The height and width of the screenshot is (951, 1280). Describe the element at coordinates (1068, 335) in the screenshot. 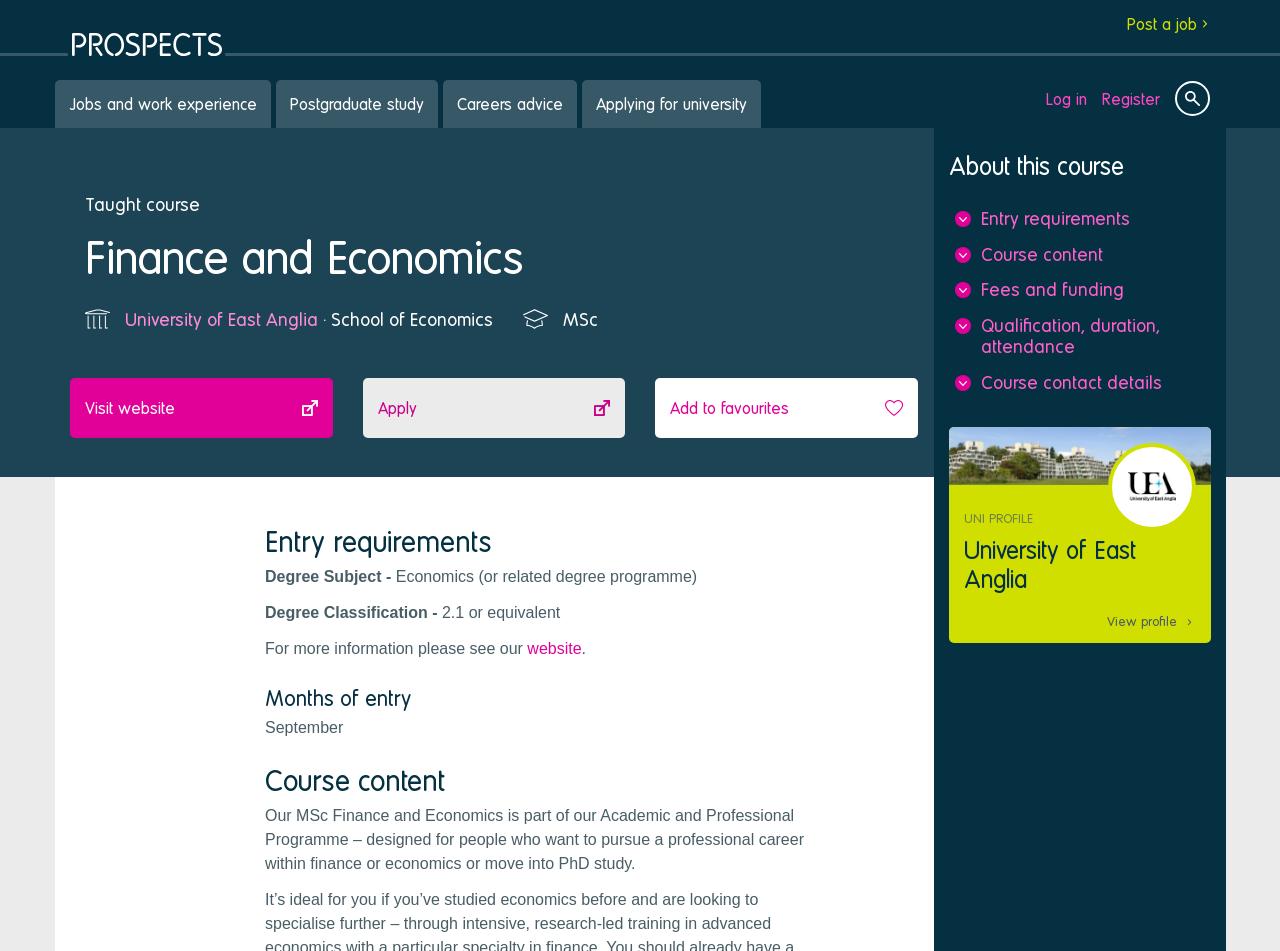

I see `'Qualification, duration, attendance'` at that location.